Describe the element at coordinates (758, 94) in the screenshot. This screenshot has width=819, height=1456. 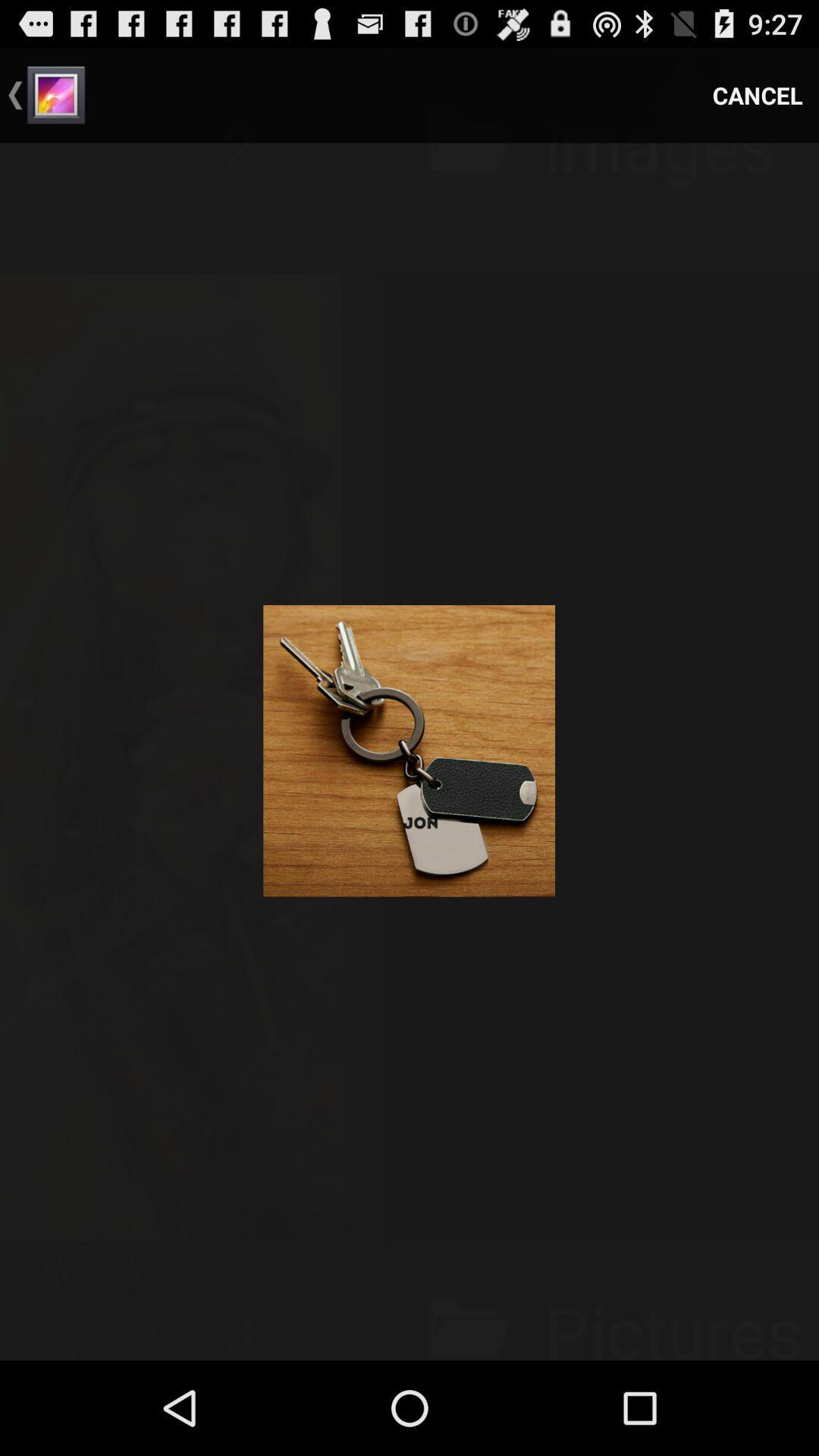
I see `cancel item` at that location.